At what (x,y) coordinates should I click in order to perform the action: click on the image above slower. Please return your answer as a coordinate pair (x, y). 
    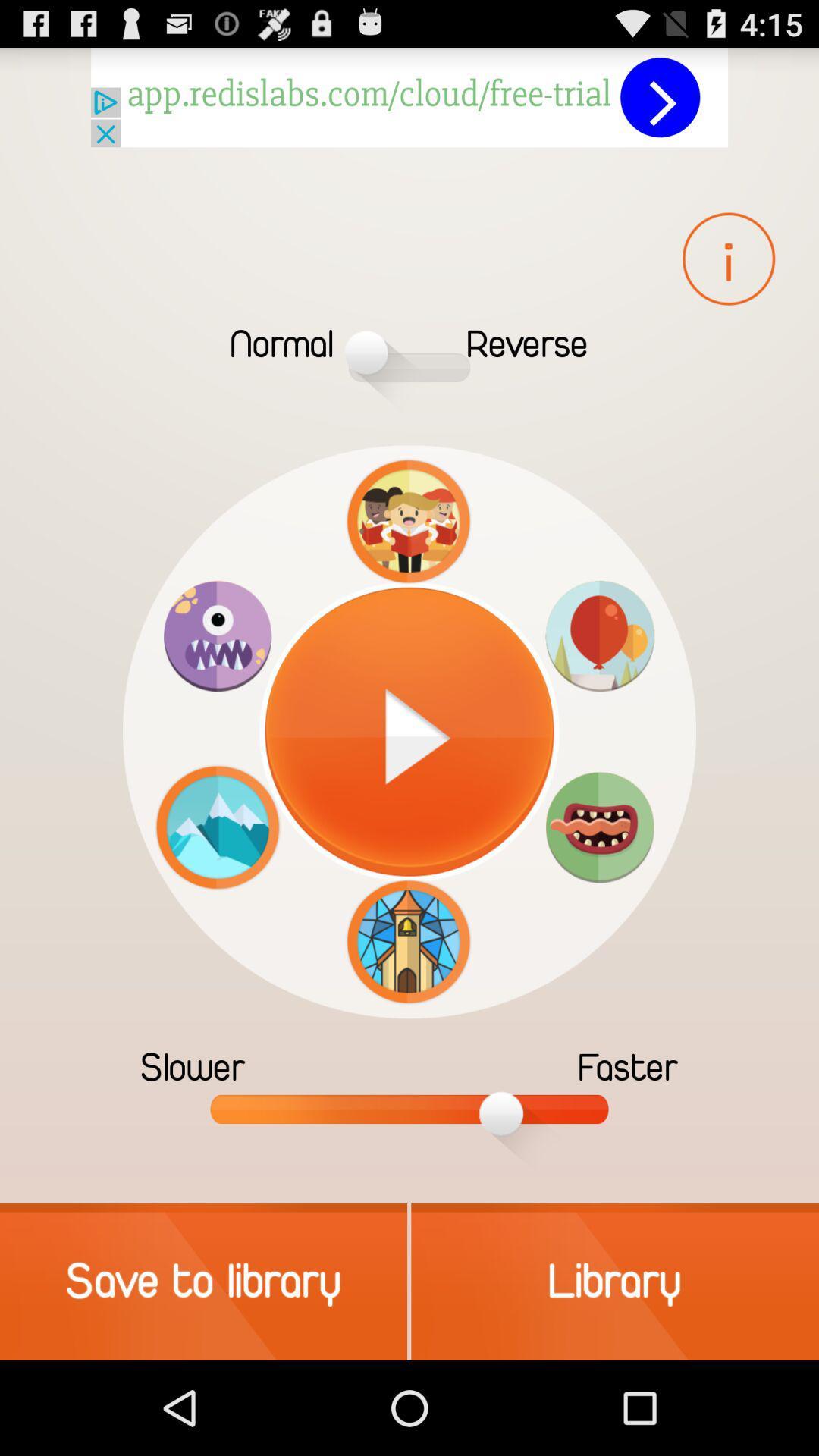
    Looking at the image, I should click on (217, 826).